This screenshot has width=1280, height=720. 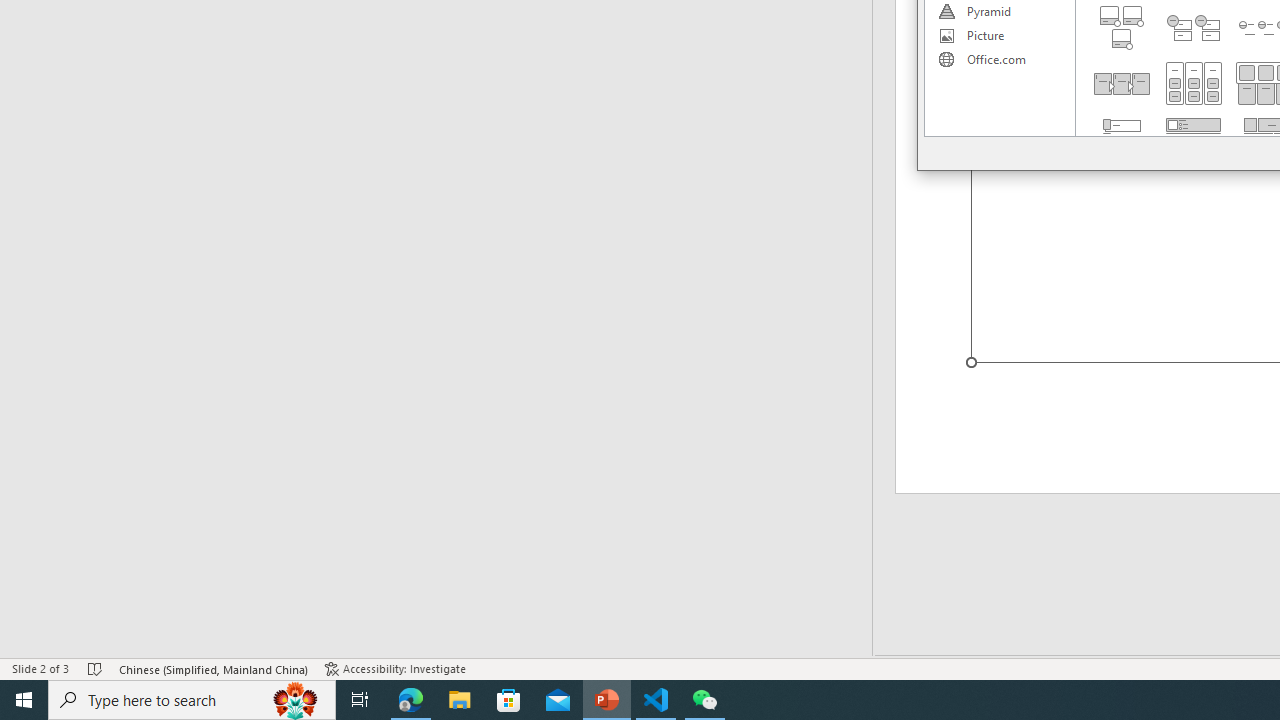 I want to click on 'Type here to search', so click(x=192, y=698).